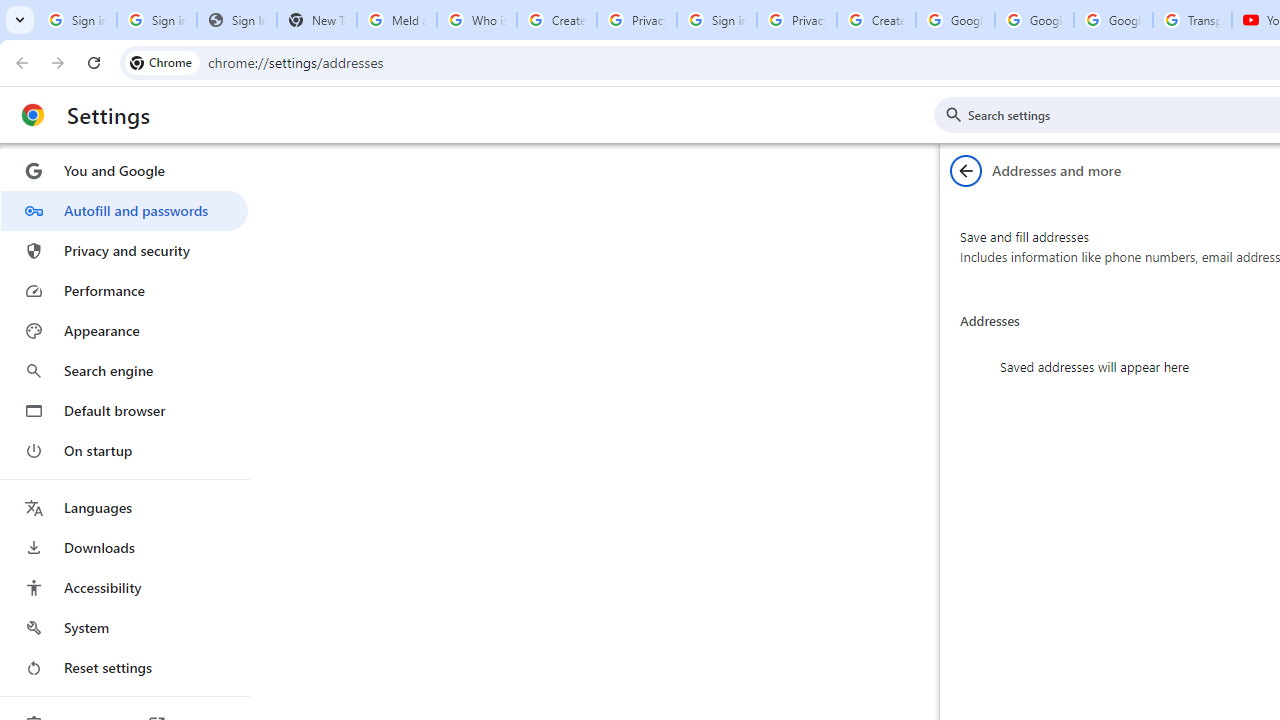 This screenshot has width=1280, height=720. I want to click on 'Reset settings', so click(123, 668).